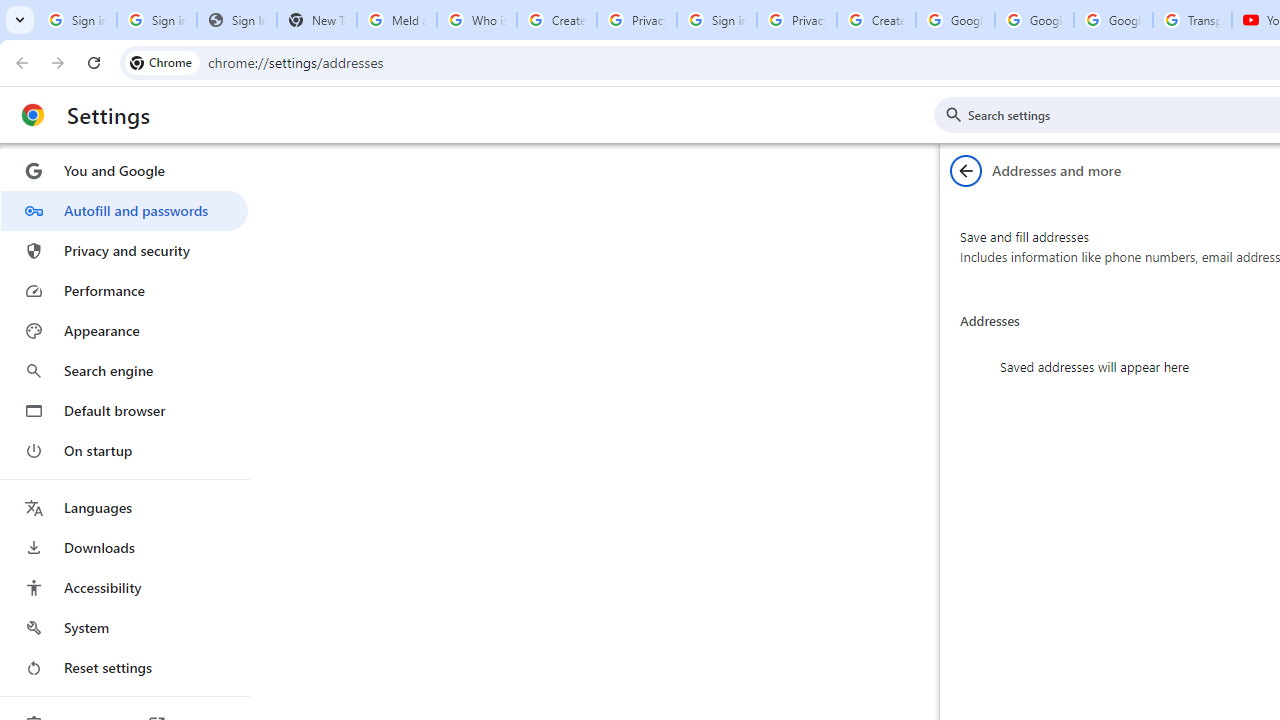 This screenshot has width=1280, height=720. I want to click on 'Reset settings', so click(123, 668).